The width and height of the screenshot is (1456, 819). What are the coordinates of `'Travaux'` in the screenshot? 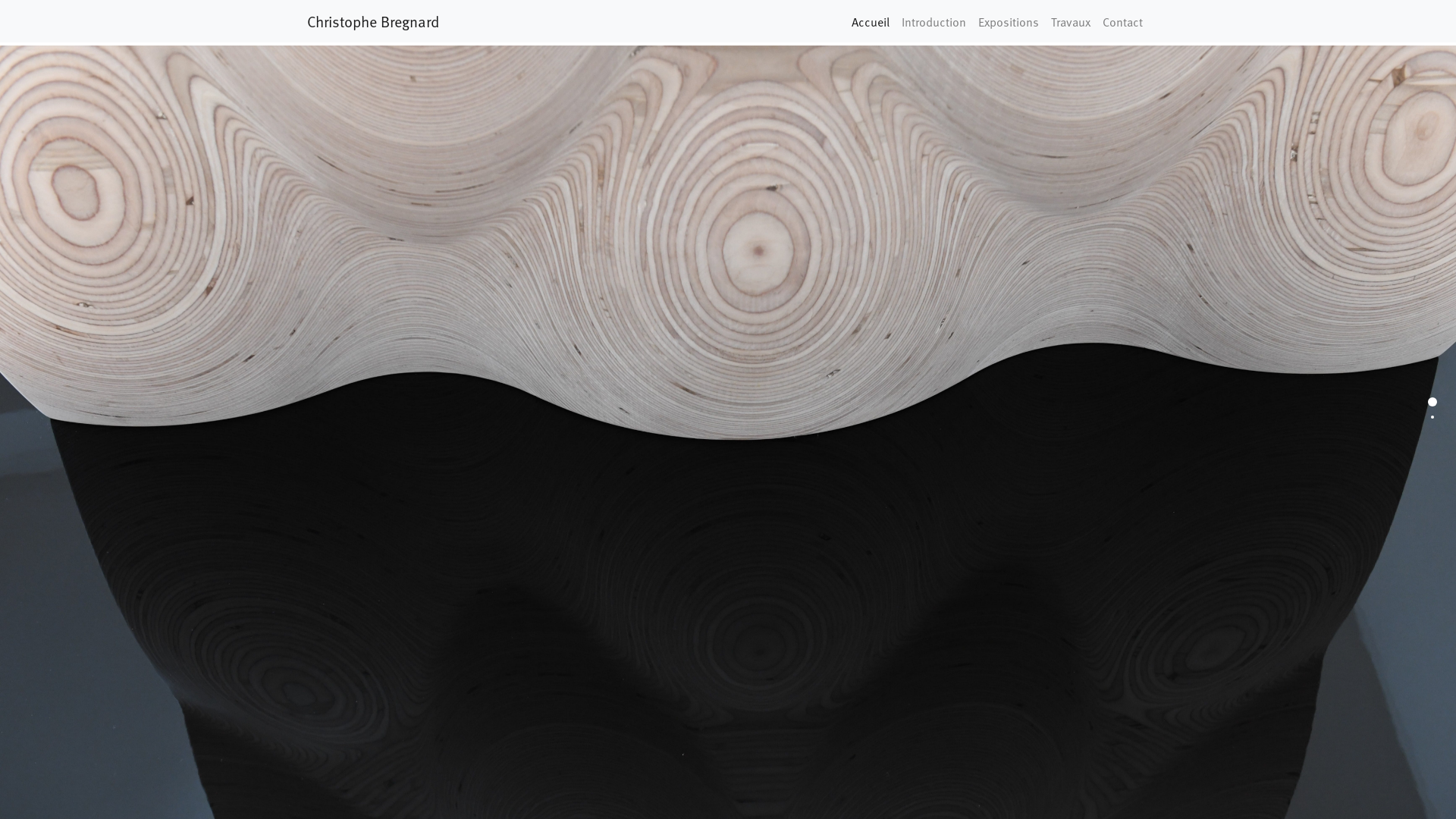 It's located at (1069, 20).